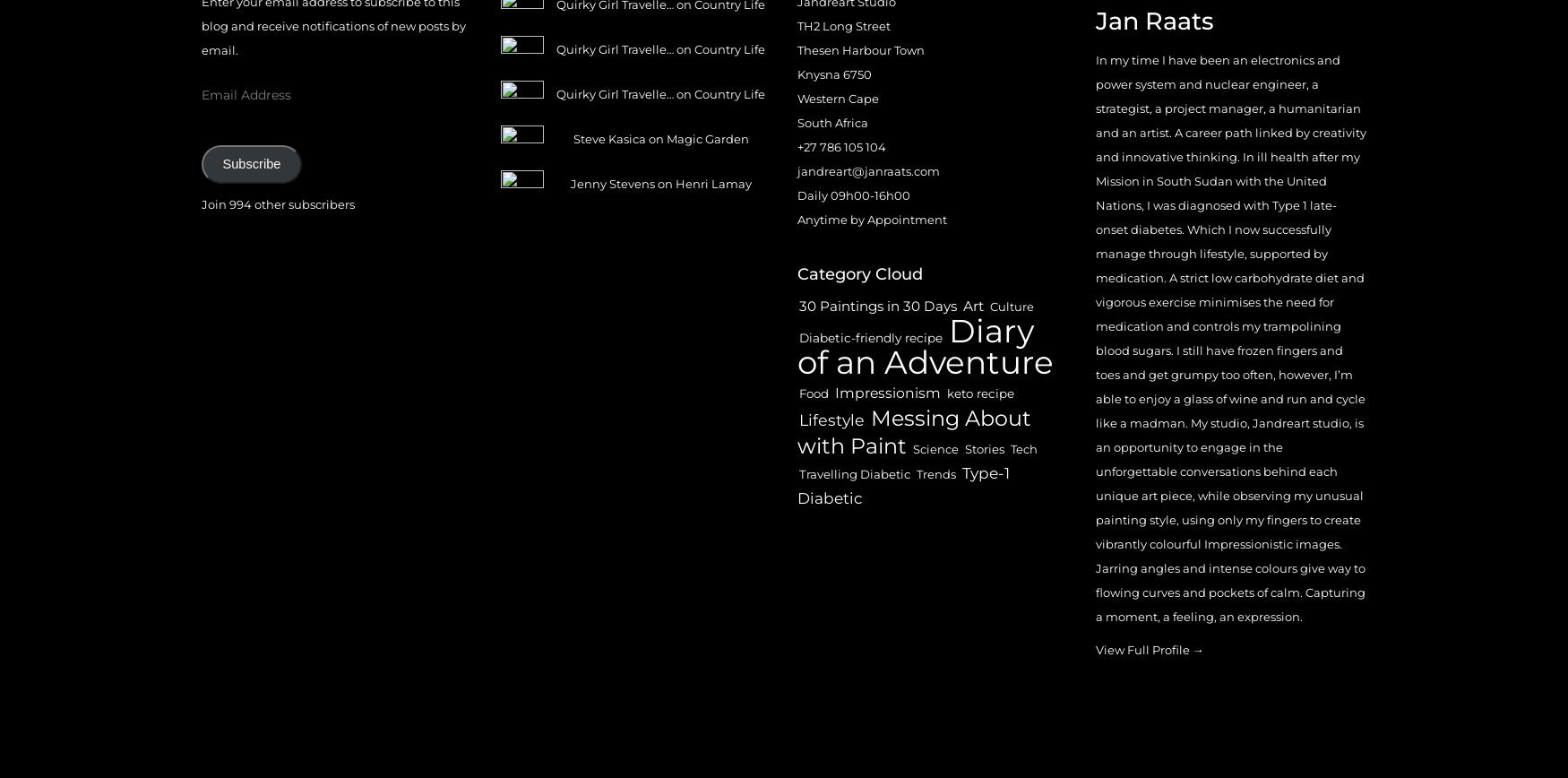 The image size is (1568, 778). Describe the element at coordinates (1022, 449) in the screenshot. I see `'Tech'` at that location.